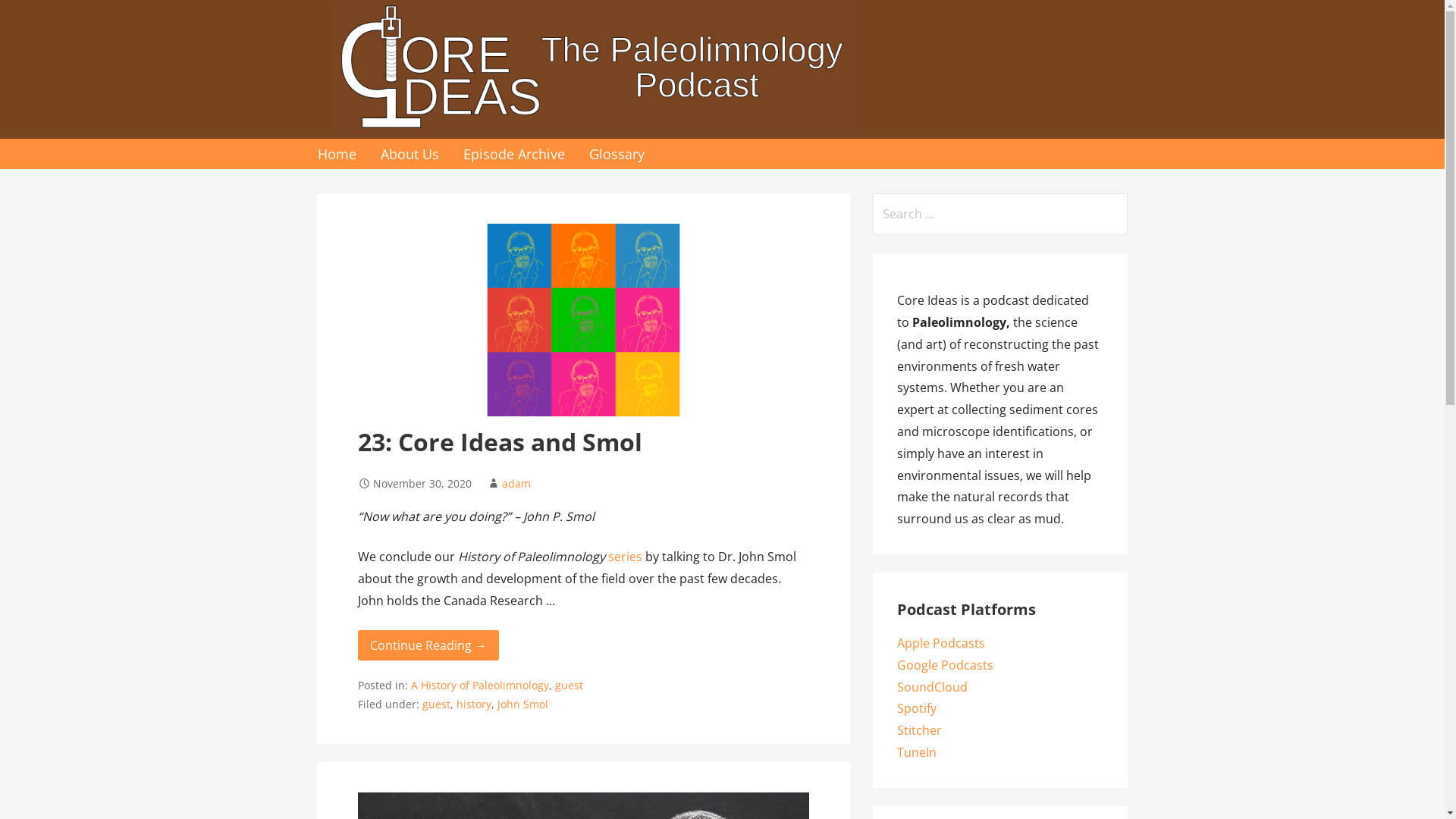  Describe the element at coordinates (916, 752) in the screenshot. I see `'TuneIn'` at that location.